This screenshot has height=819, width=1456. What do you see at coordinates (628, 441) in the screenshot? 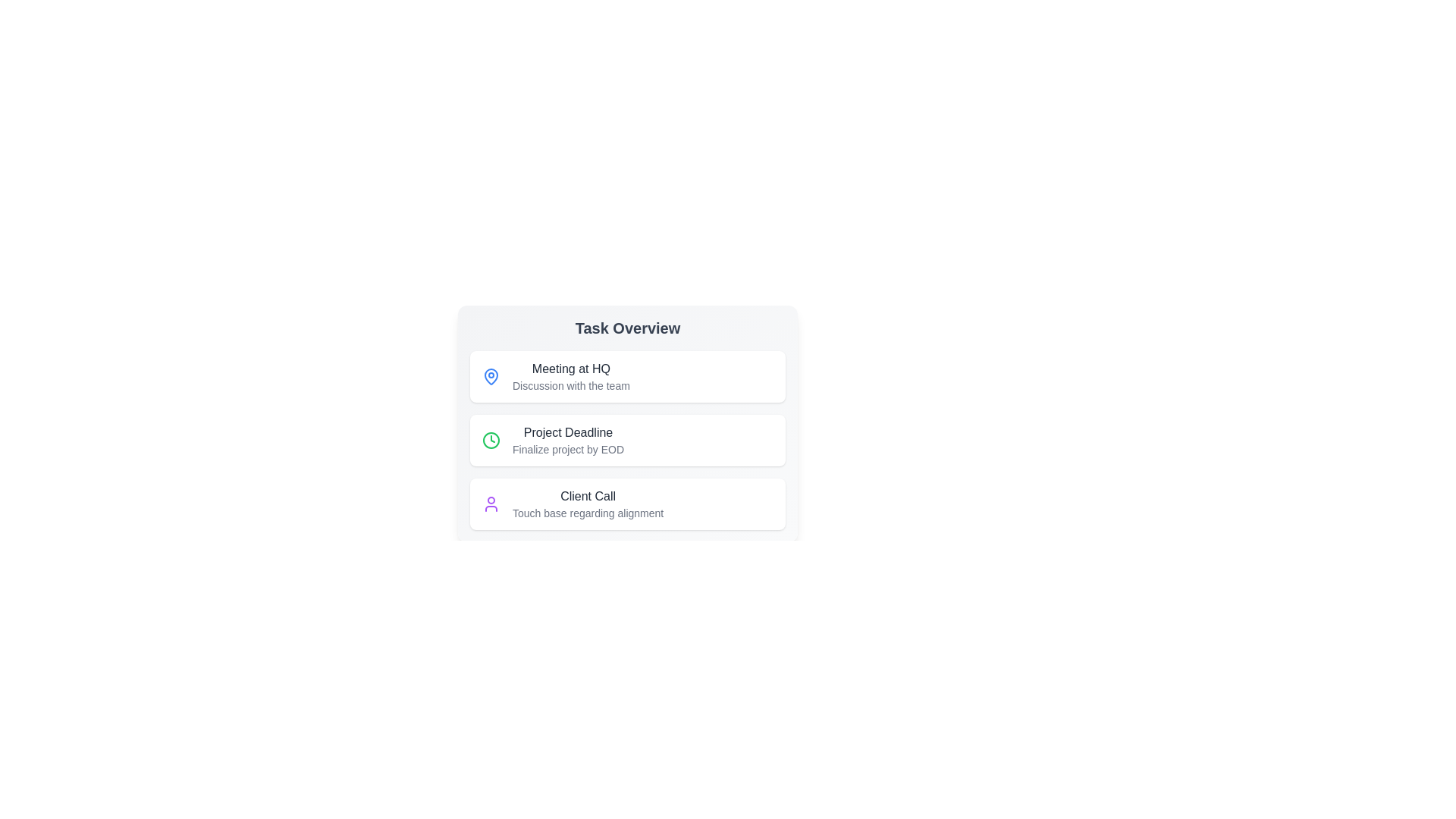
I see `the list item corresponding to Project Deadline` at bounding box center [628, 441].